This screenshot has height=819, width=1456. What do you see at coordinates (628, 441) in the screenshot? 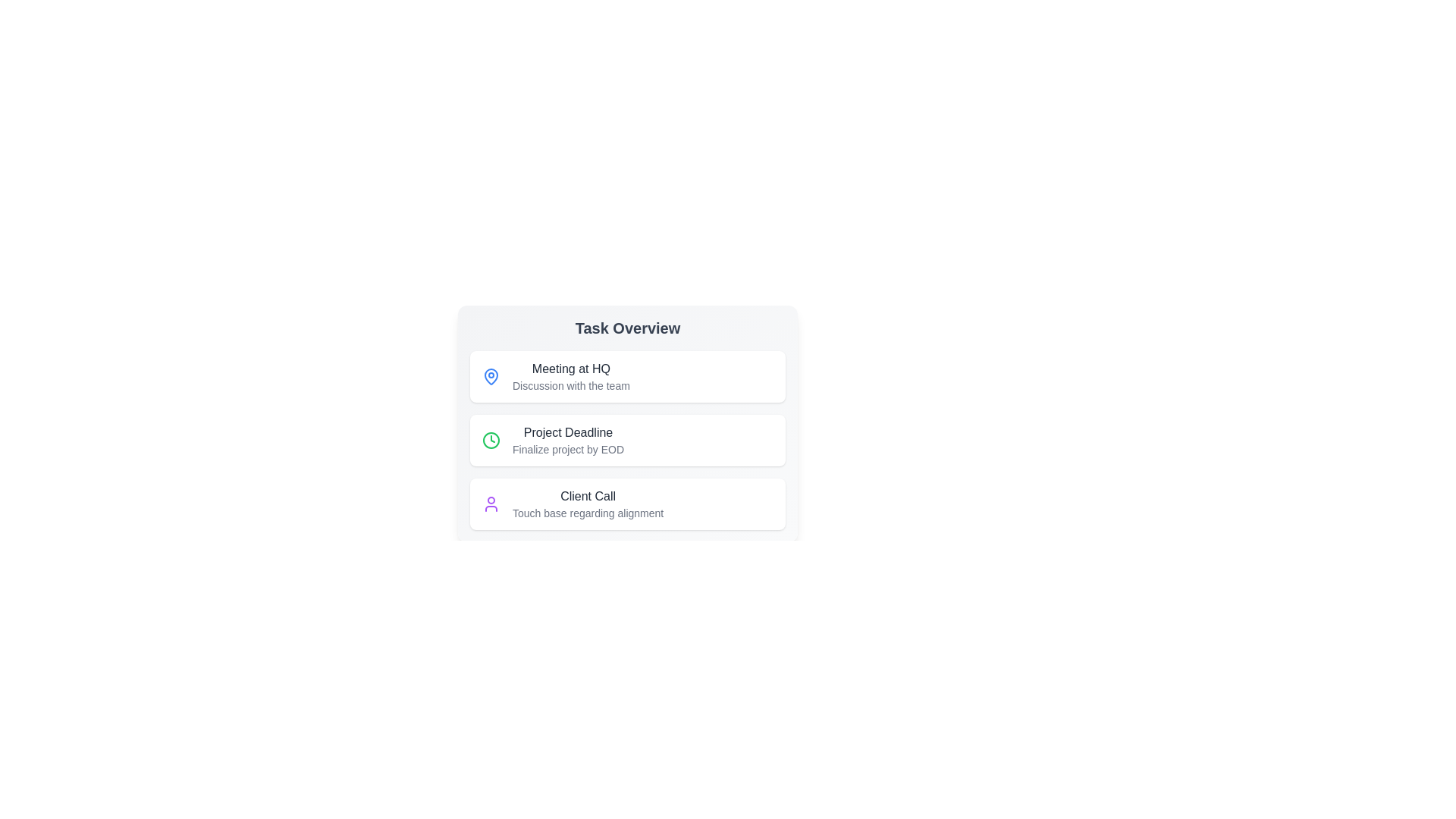
I see `the list item corresponding to Project Deadline` at bounding box center [628, 441].